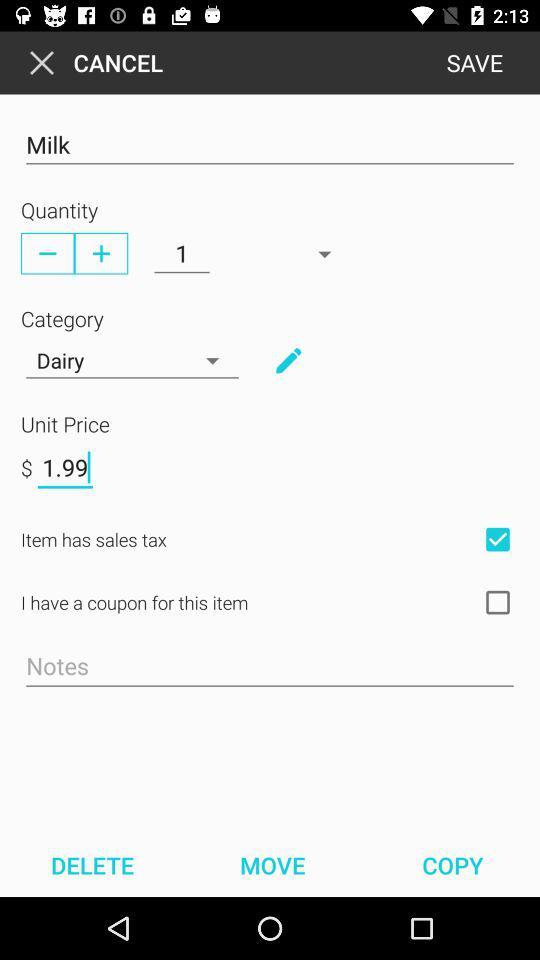 The width and height of the screenshot is (540, 960). I want to click on write notes, so click(270, 667).